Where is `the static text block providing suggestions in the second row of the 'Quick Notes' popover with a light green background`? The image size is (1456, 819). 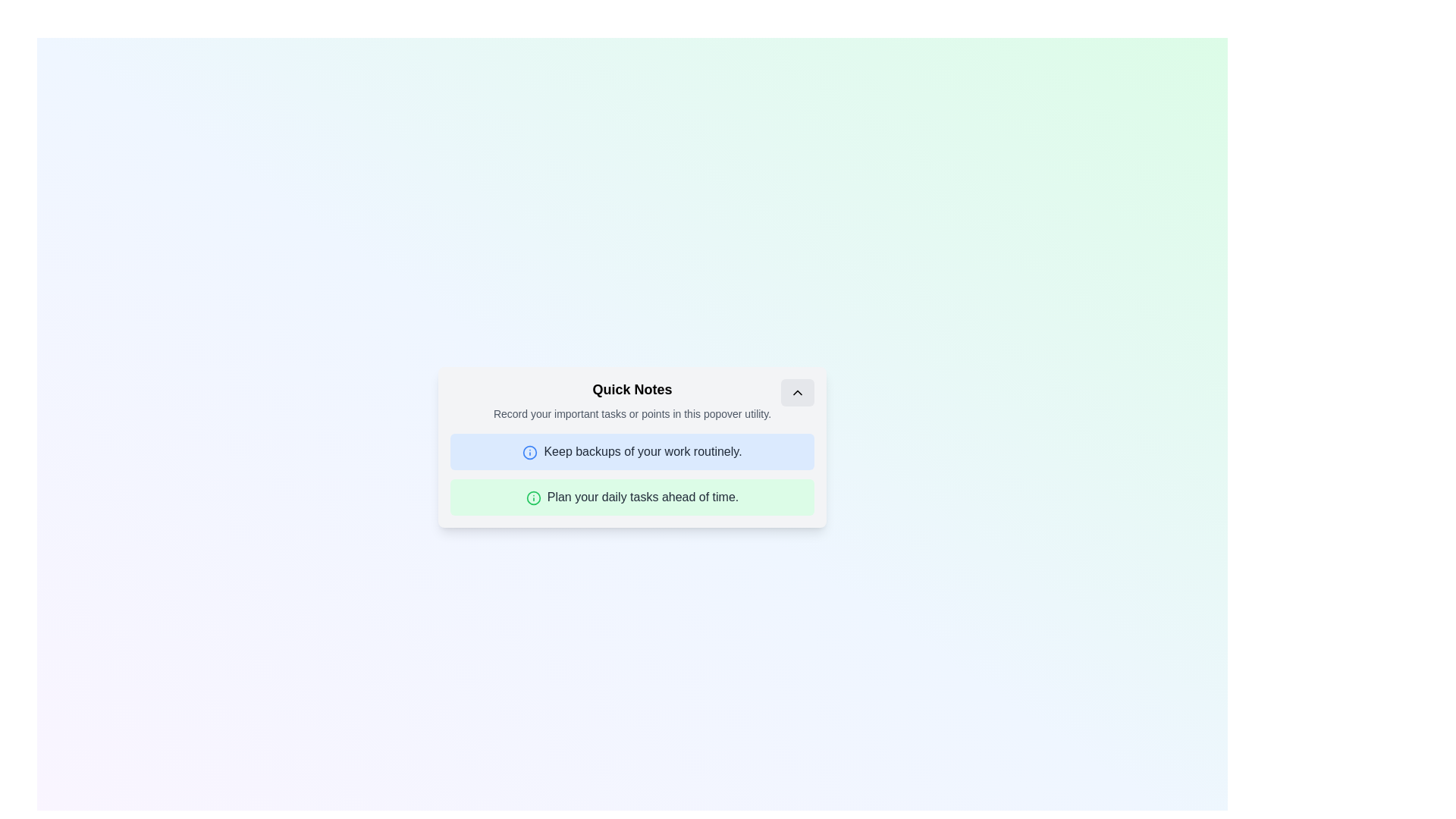
the static text block providing suggestions in the second row of the 'Quick Notes' popover with a light green background is located at coordinates (643, 497).